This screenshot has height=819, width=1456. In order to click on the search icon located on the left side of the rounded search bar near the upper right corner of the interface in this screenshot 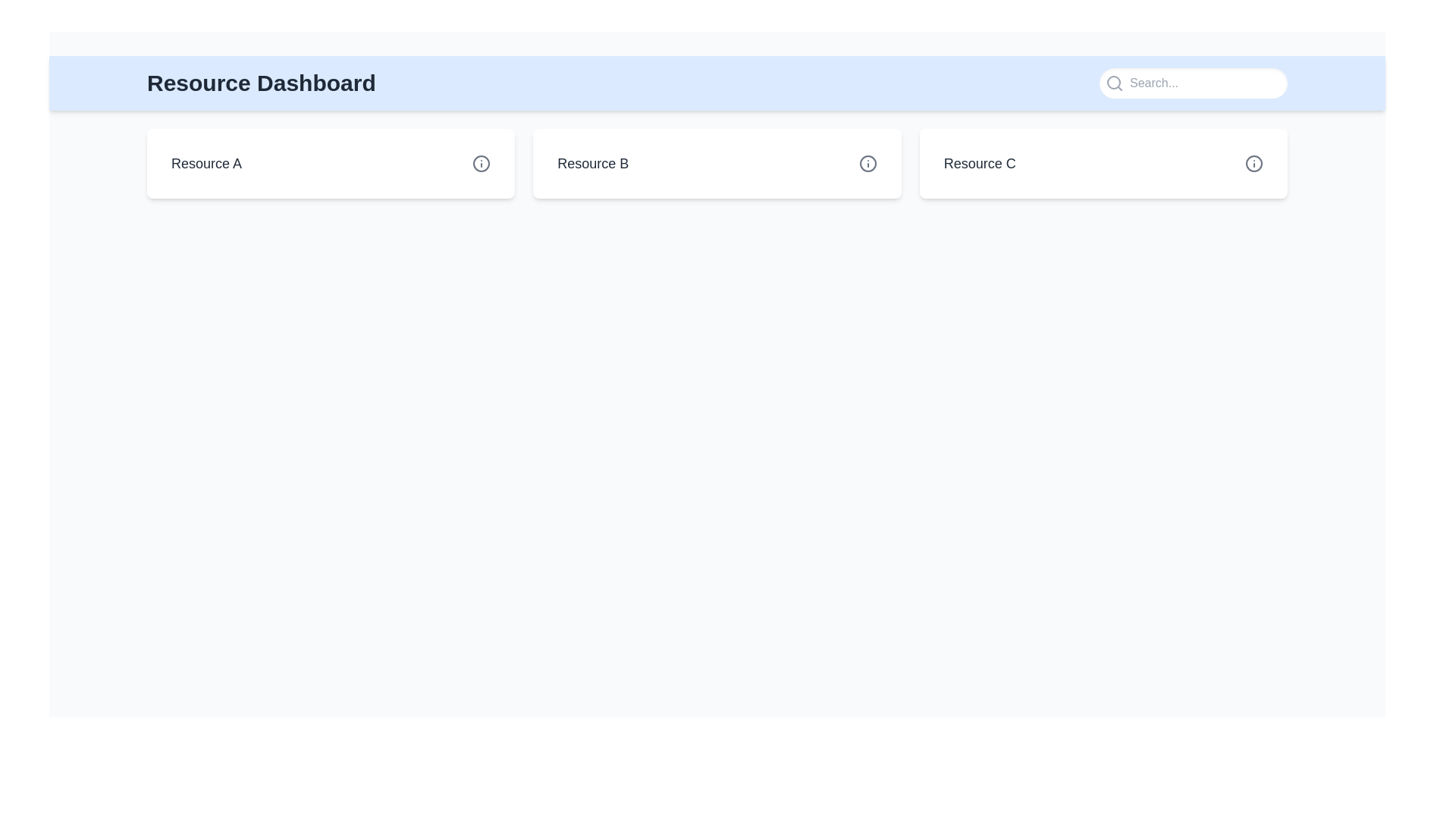, I will do `click(1114, 83)`.